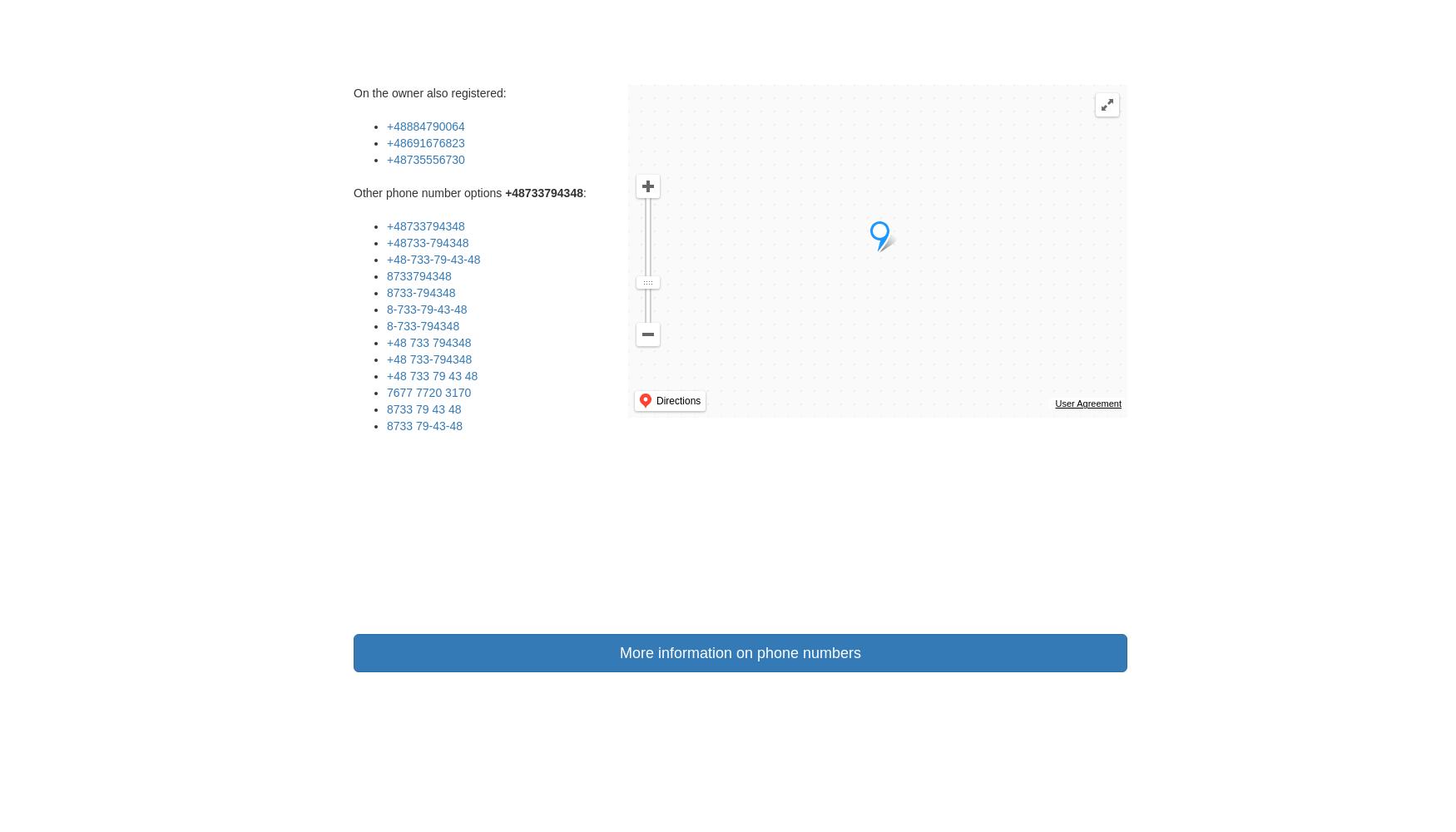  What do you see at coordinates (428, 343) in the screenshot?
I see `'+48 733 794348'` at bounding box center [428, 343].